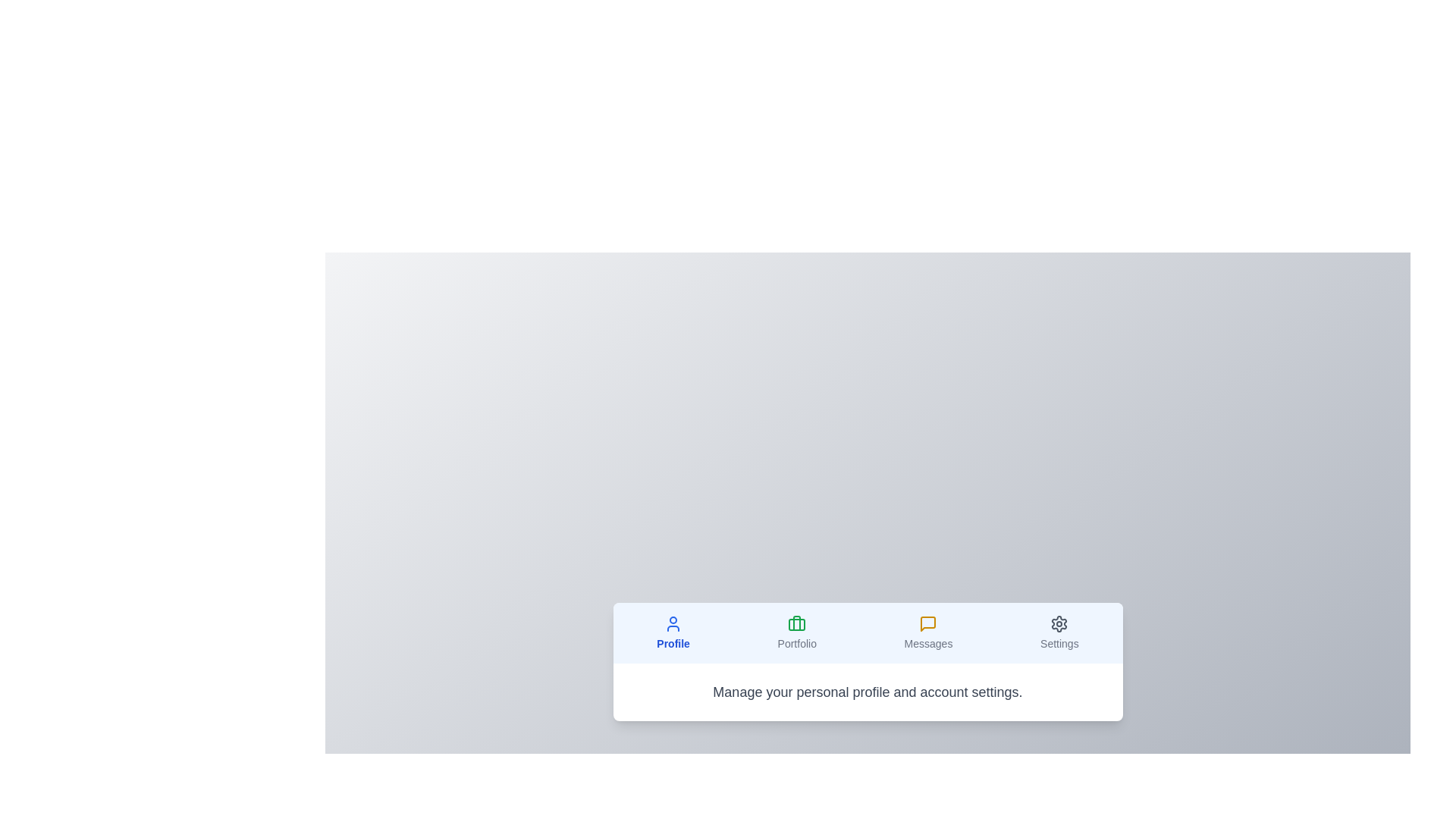 The image size is (1456, 819). Describe the element at coordinates (796, 632) in the screenshot. I see `the 'Portfolio' tab to activate it and view its content` at that location.